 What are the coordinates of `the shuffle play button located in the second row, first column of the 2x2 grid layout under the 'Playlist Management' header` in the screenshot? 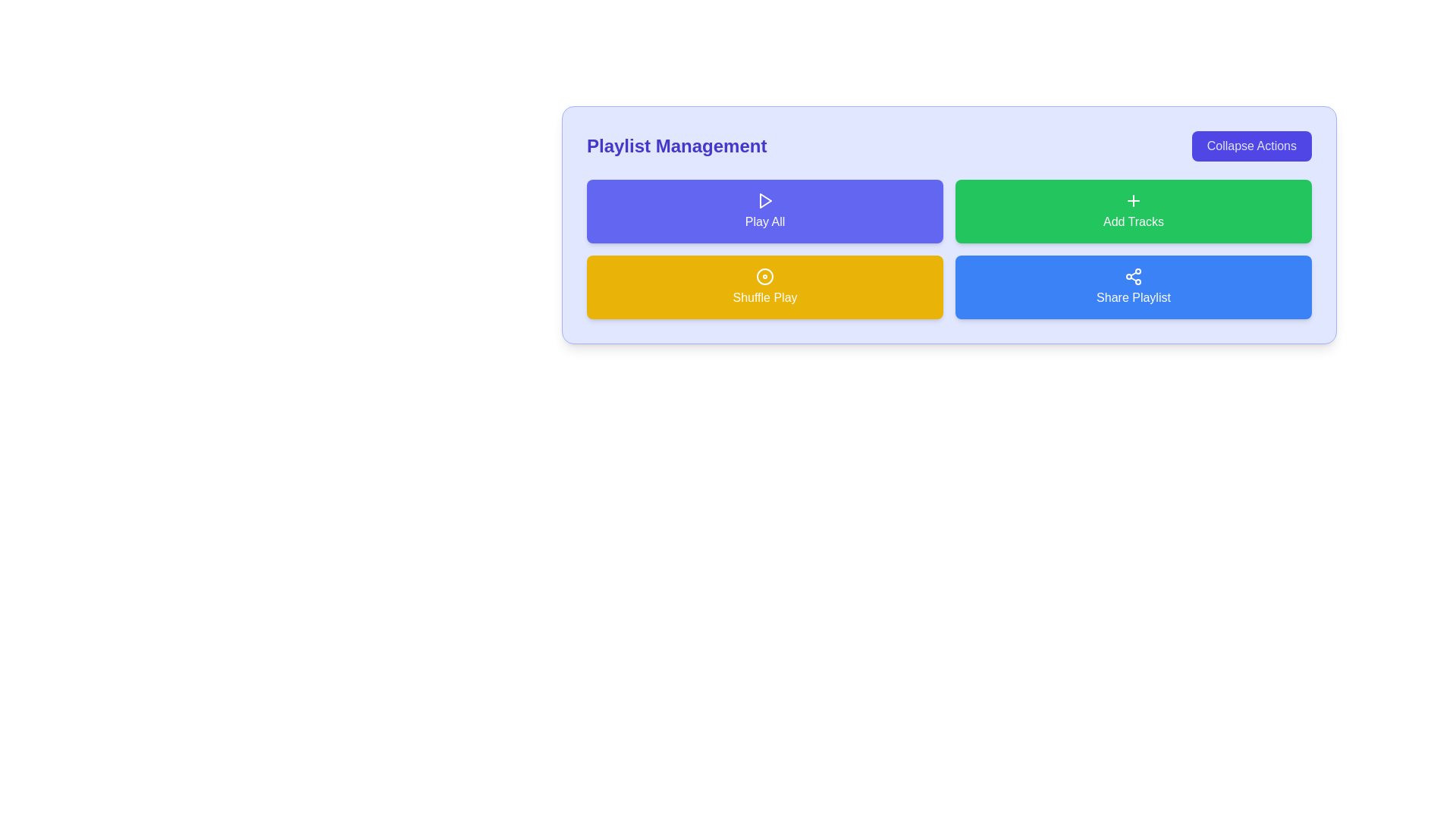 It's located at (764, 287).